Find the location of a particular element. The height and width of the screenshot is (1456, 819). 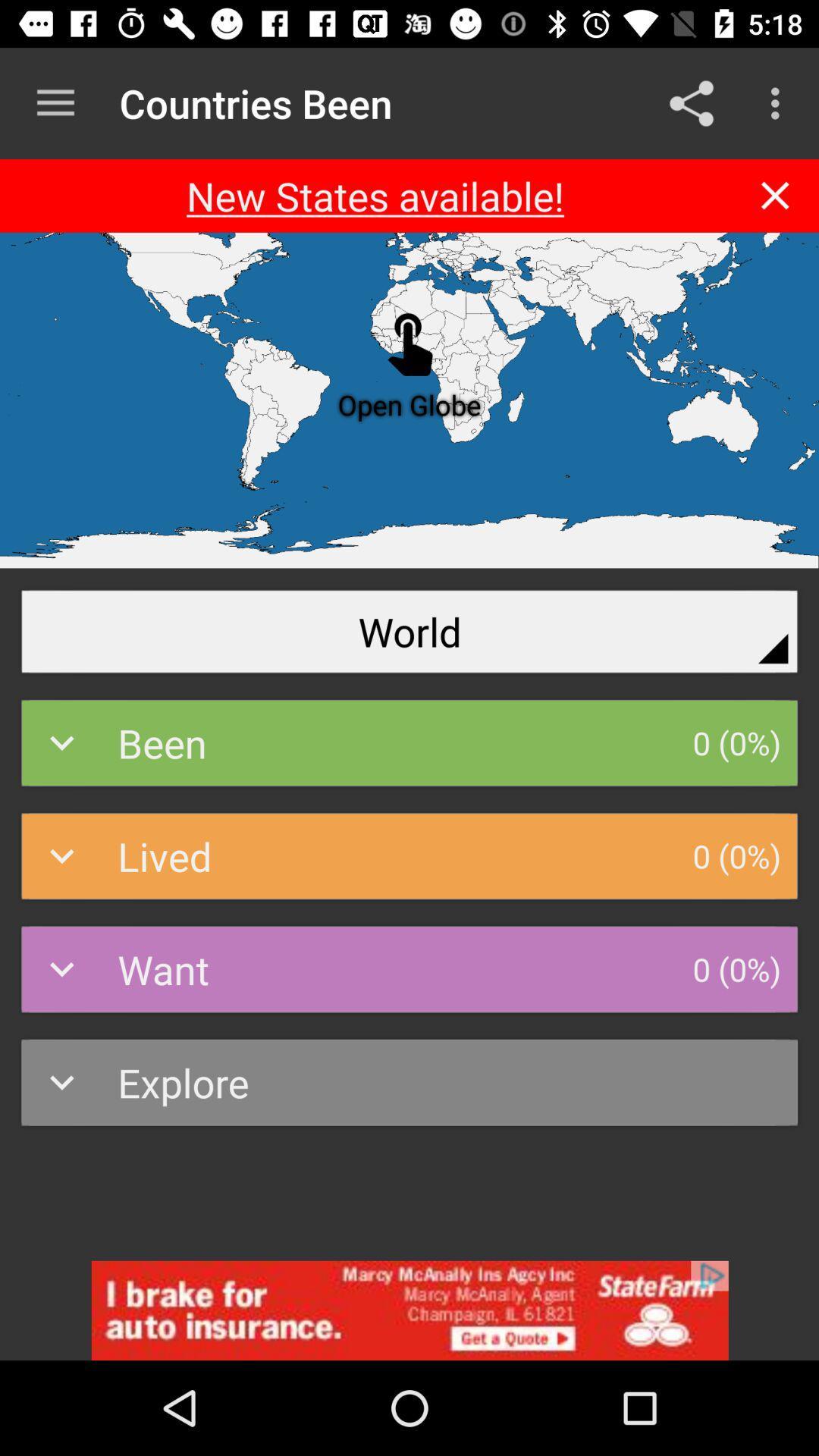

the close icon is located at coordinates (775, 195).